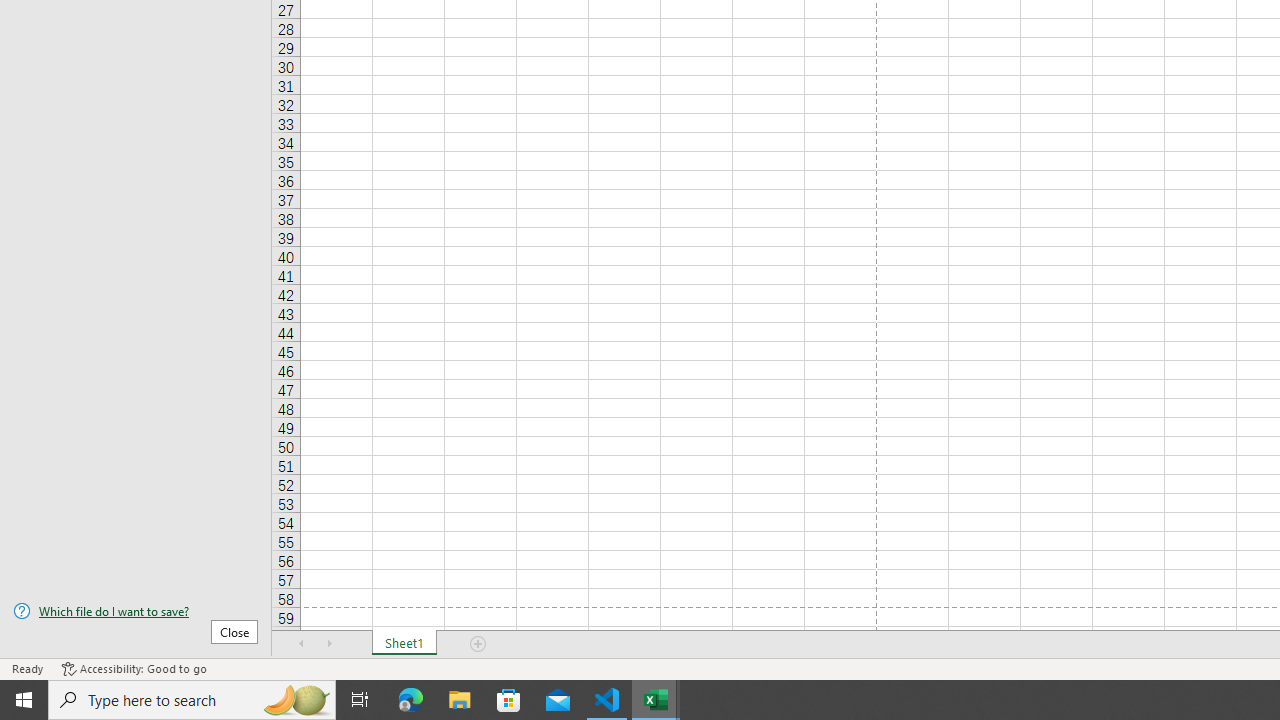 This screenshot has width=1280, height=720. What do you see at coordinates (606, 698) in the screenshot?
I see `'Visual Studio Code - 1 running window'` at bounding box center [606, 698].